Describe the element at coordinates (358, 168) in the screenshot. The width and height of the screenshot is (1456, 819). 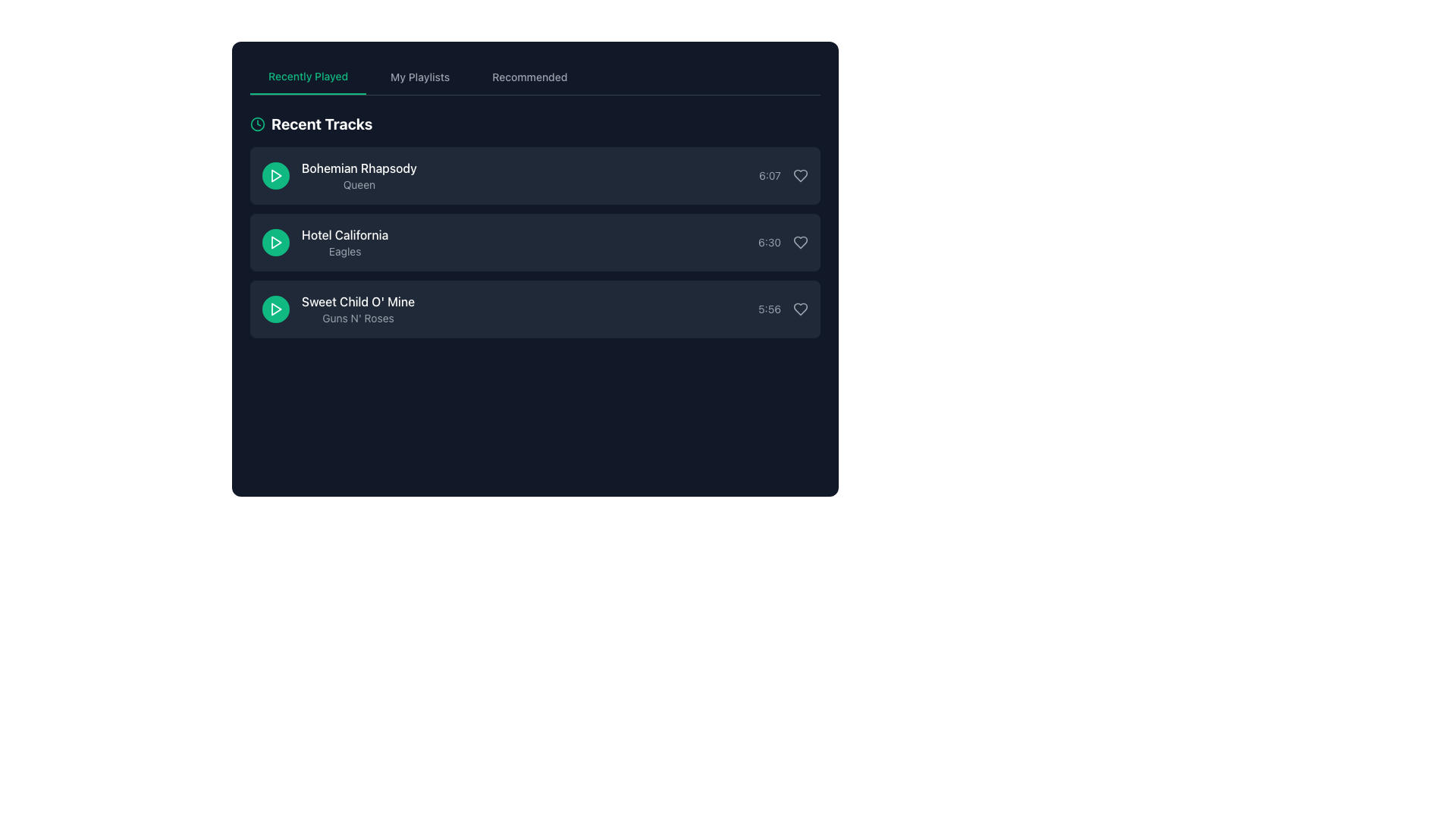
I see `the text label displaying 'Bohemian Rhapsody', which is prominently styled in white font against a dark background, located in the 'Recent Tracks' section above the artist name 'Queen'` at that location.